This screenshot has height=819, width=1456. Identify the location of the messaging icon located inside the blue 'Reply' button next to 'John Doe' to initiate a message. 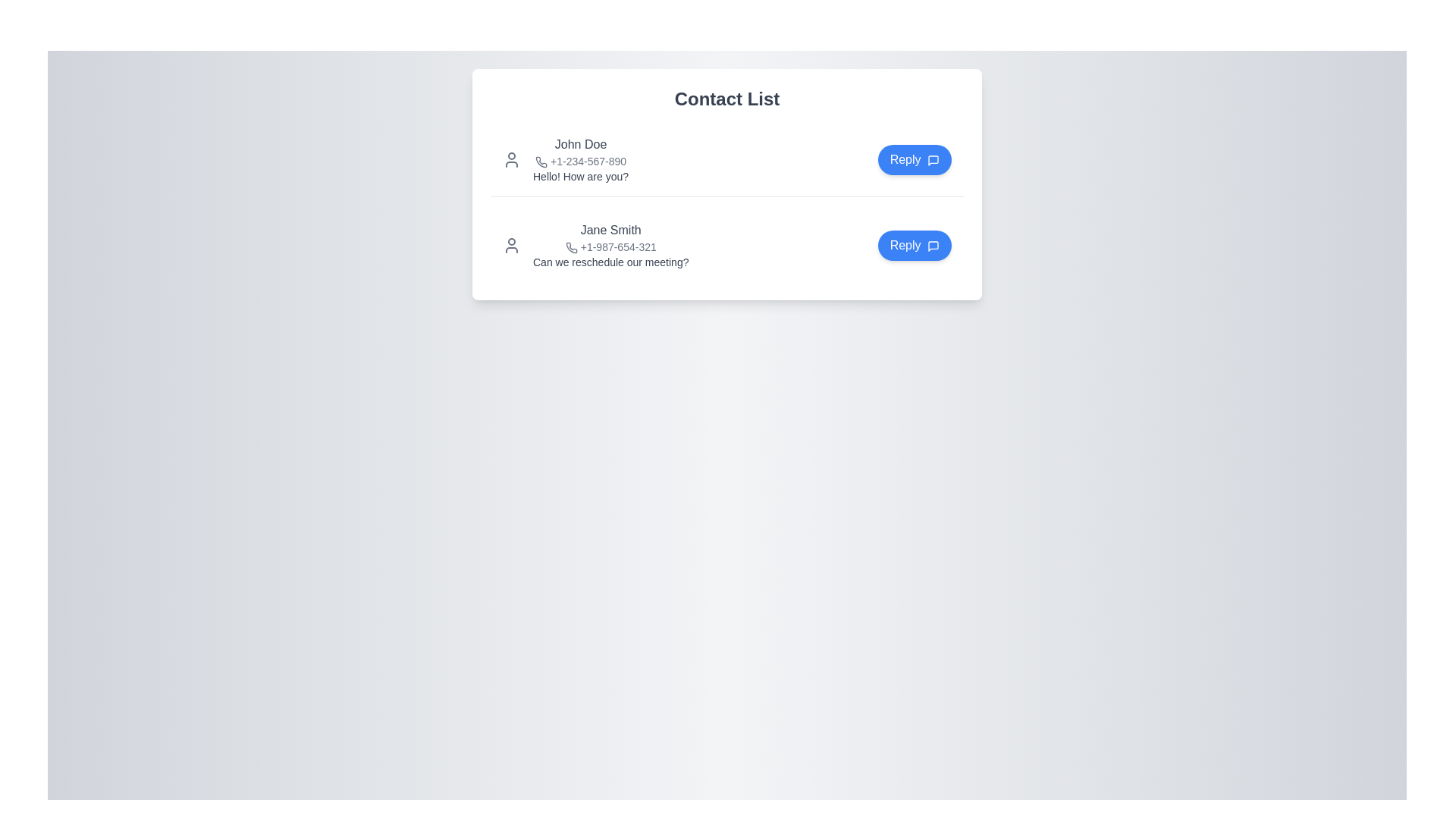
(932, 160).